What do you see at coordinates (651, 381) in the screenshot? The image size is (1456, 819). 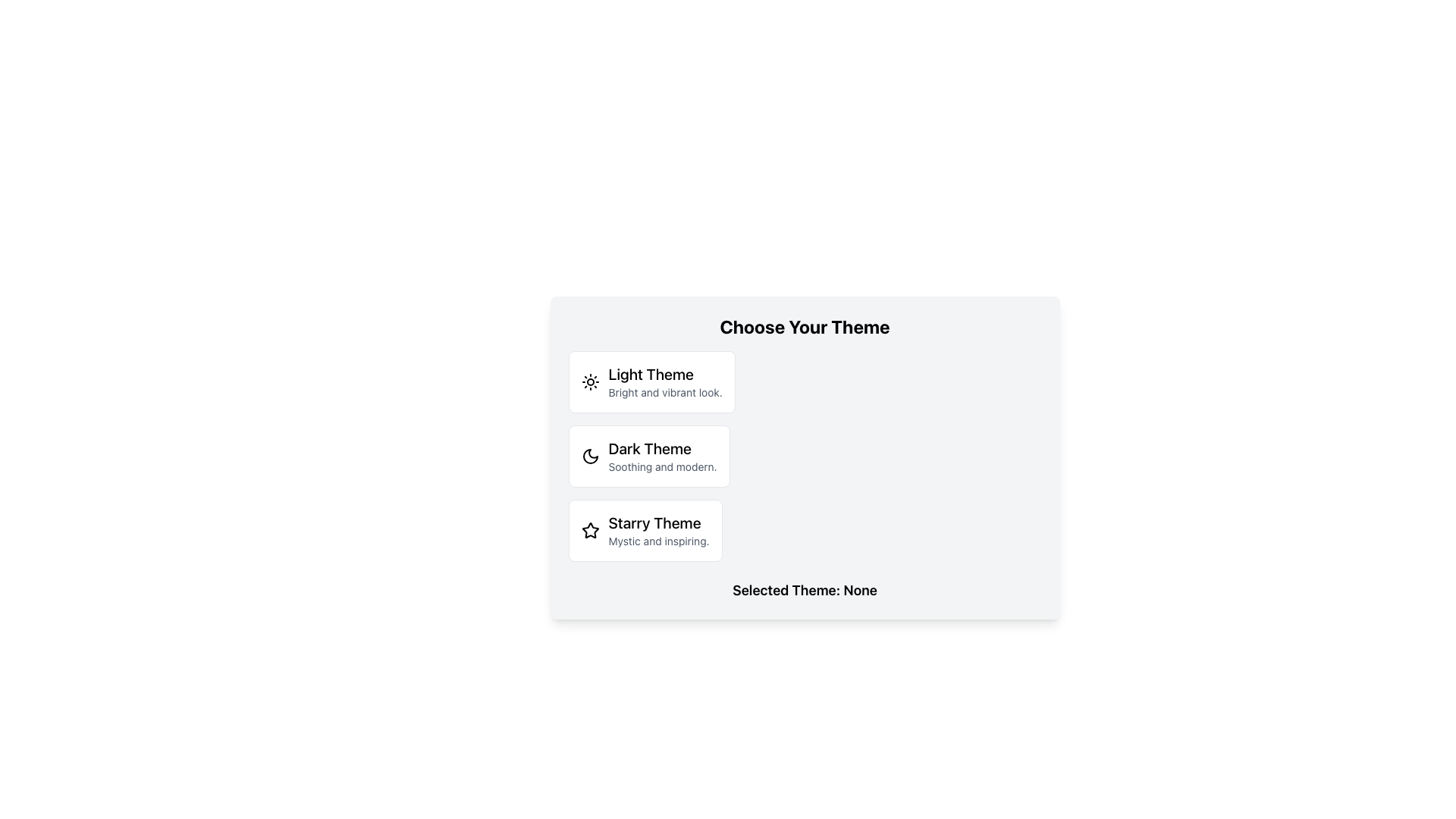 I see `the 'Light Theme' button, which is the first button in a vertical list of three theme options` at bounding box center [651, 381].